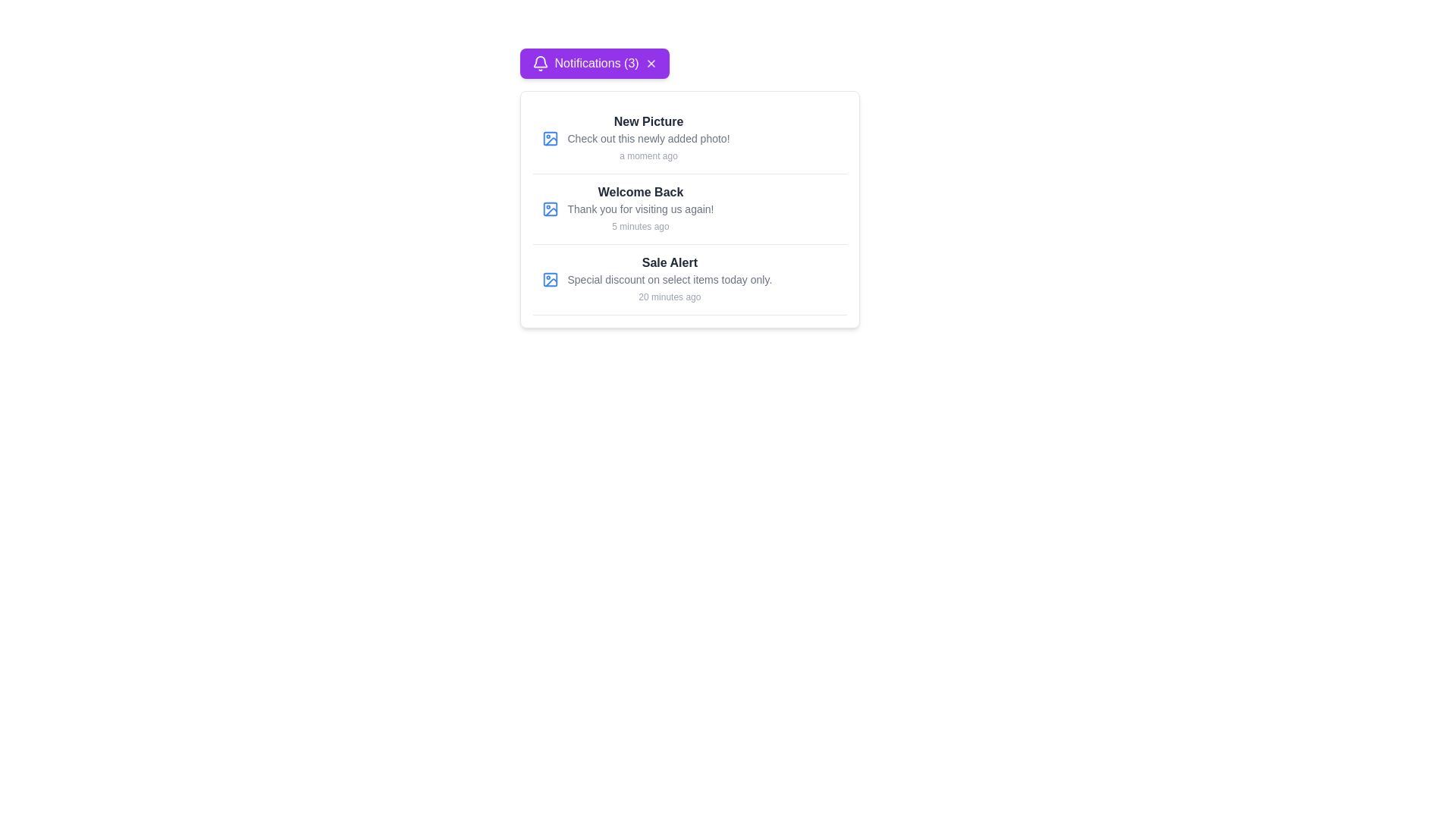 Image resolution: width=1456 pixels, height=819 pixels. What do you see at coordinates (689, 280) in the screenshot?
I see `the 'Sale Alert' notification` at bounding box center [689, 280].